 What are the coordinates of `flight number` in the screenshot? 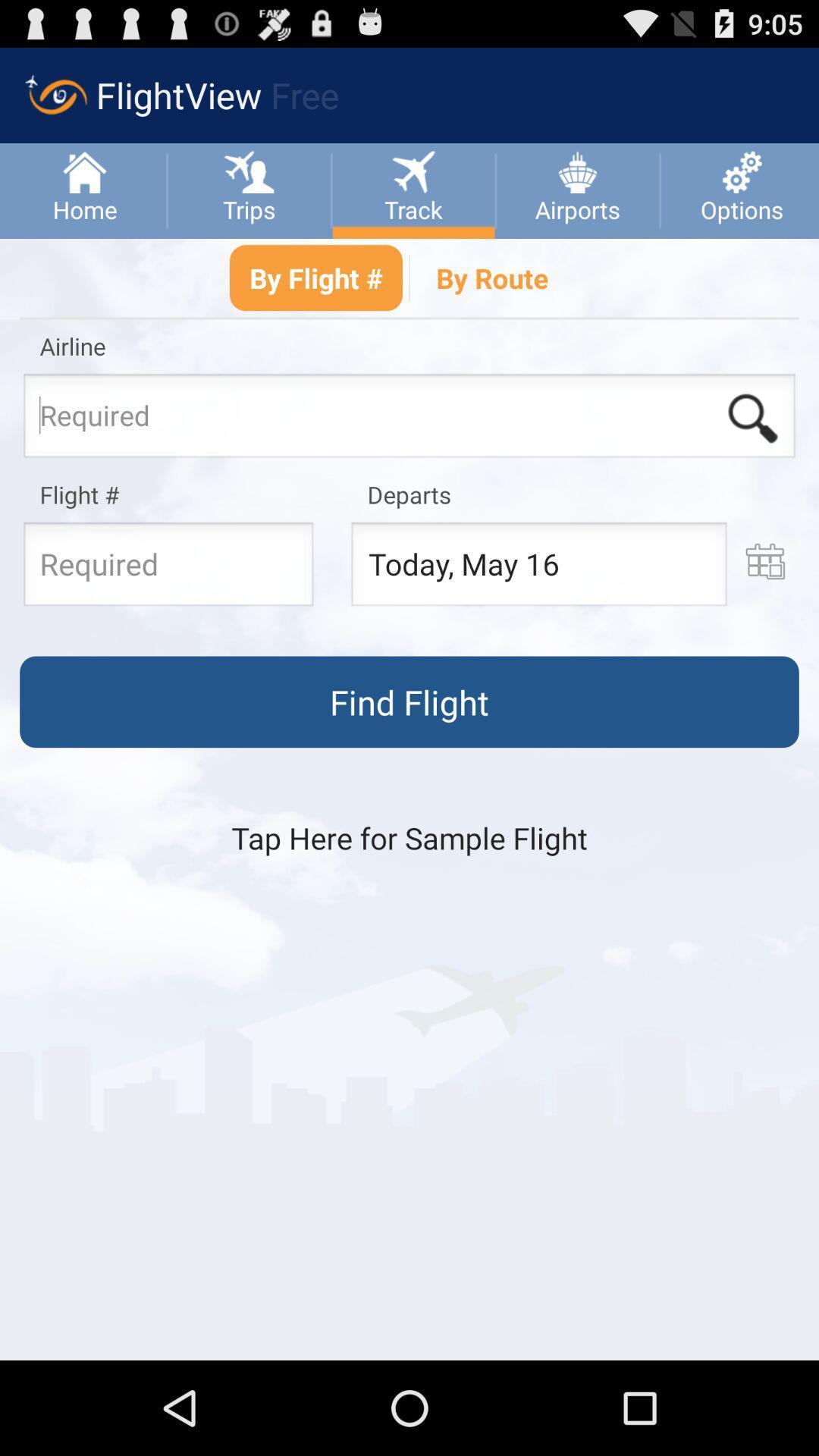 It's located at (168, 567).